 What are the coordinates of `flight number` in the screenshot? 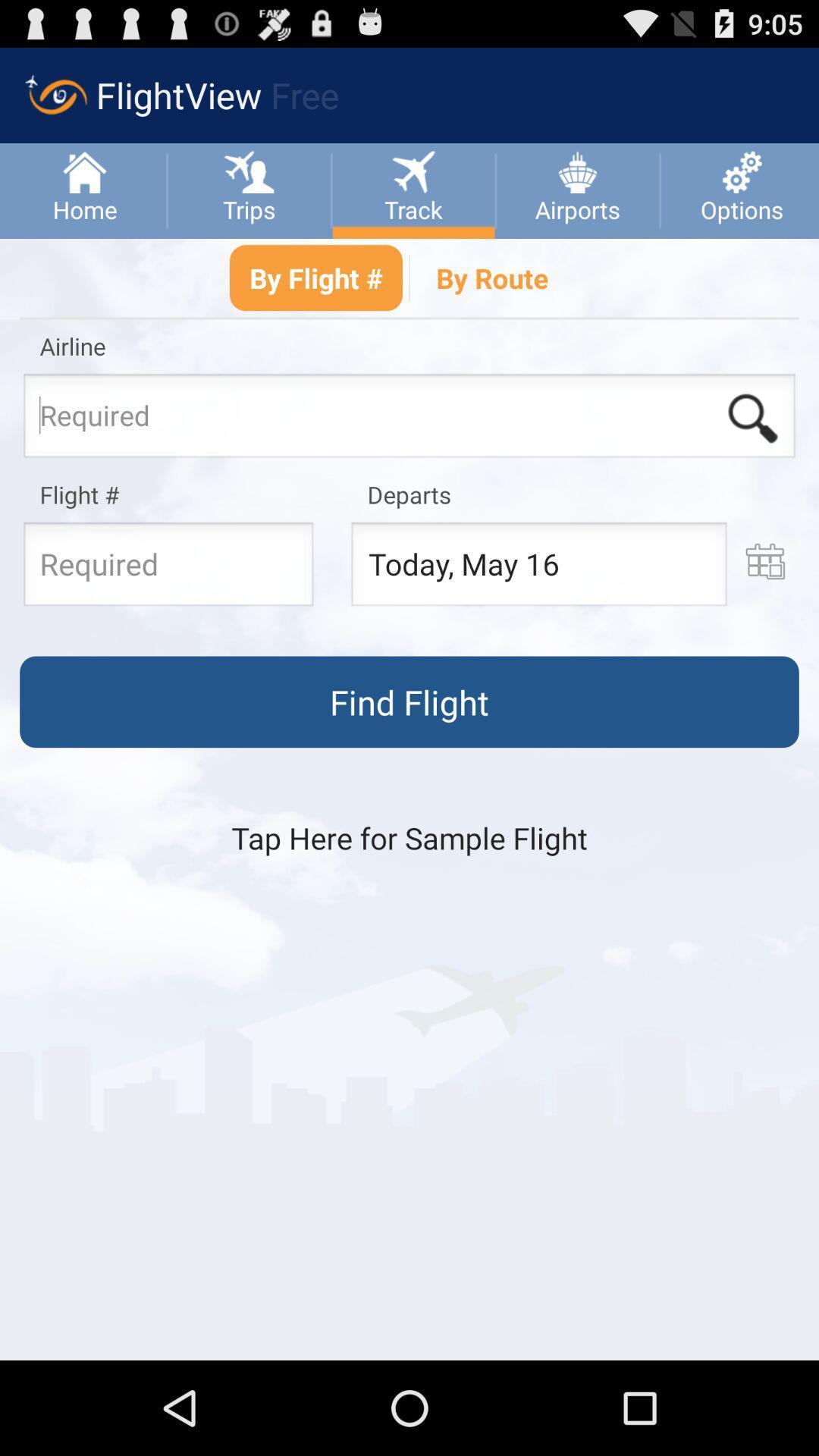 It's located at (168, 567).